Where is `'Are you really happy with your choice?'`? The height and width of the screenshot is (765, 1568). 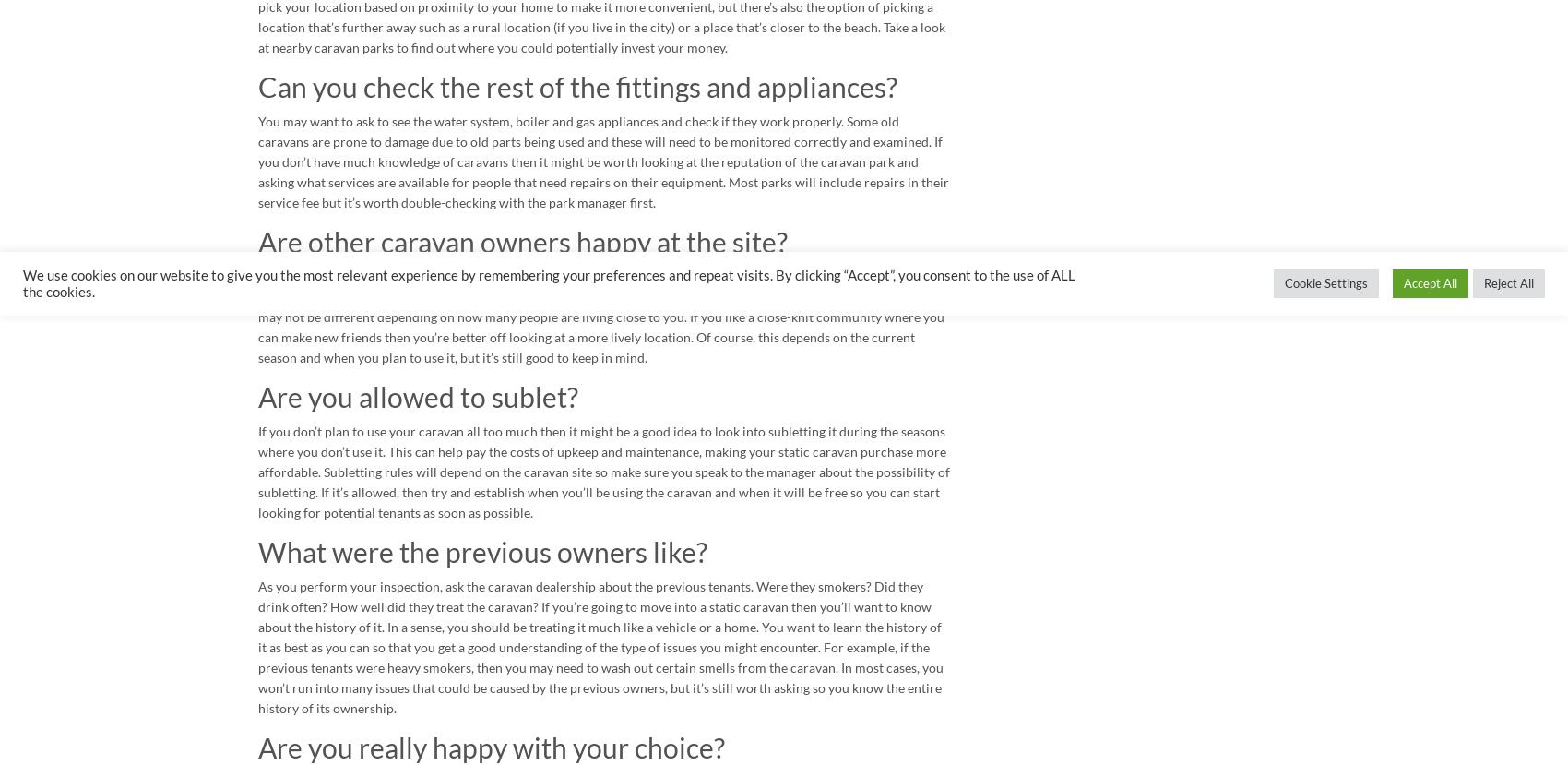
'Are you really happy with your choice?' is located at coordinates (490, 747).